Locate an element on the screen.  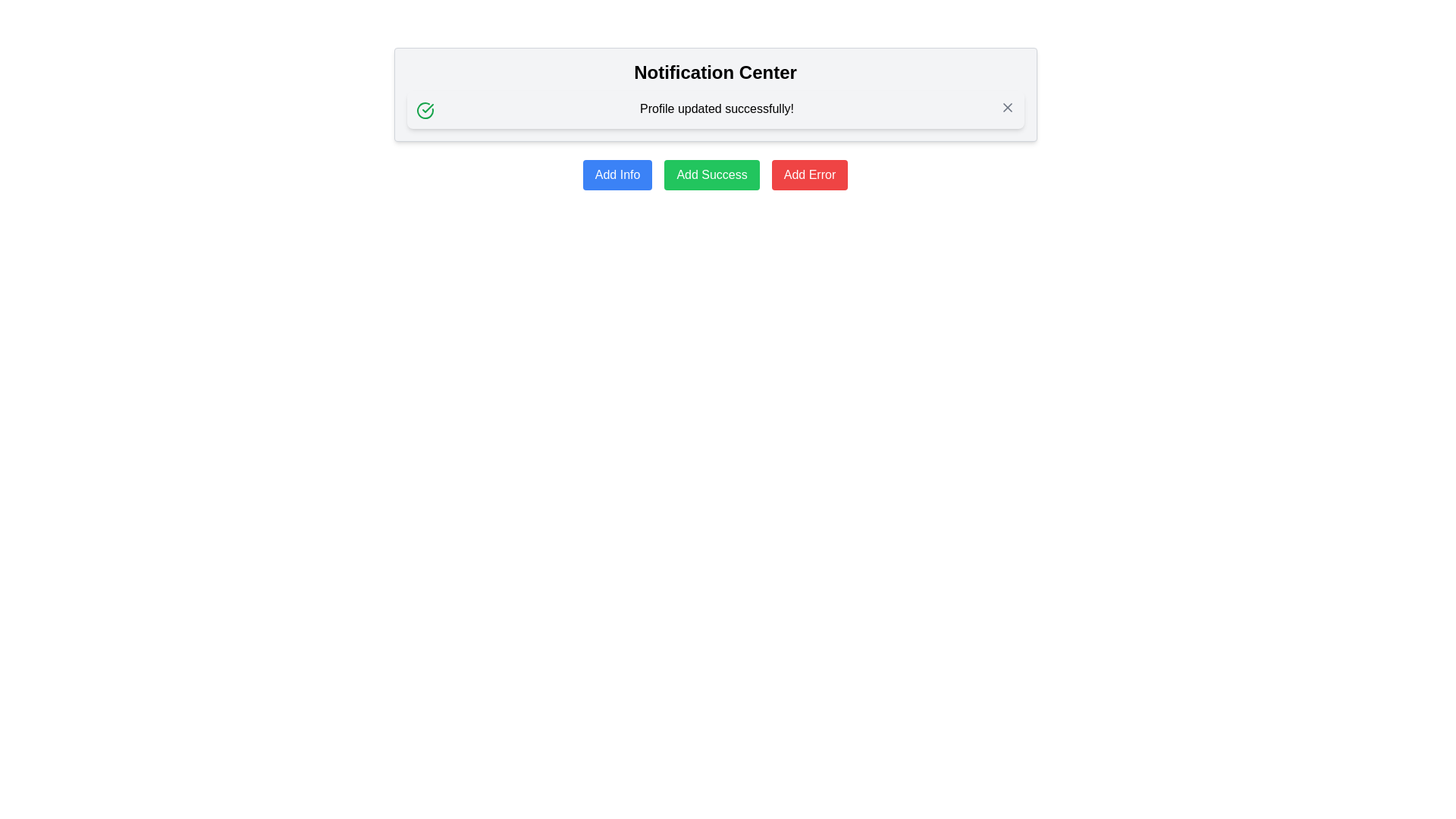
notification text displayed in the Notification bar located in the Notification Center, which confirms the success of updating a profile is located at coordinates (714, 109).